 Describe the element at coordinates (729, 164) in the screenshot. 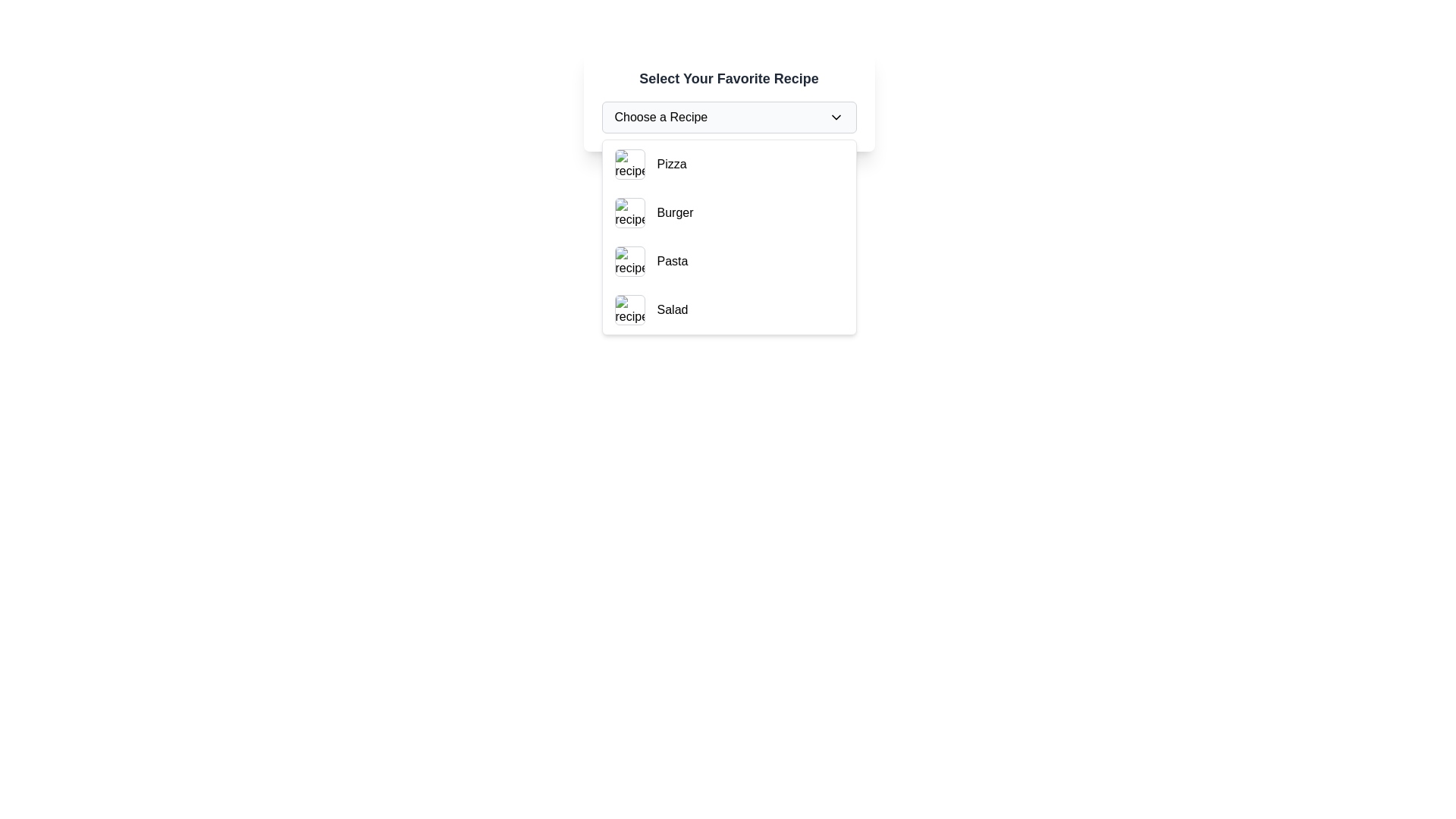

I see `the first selectable list item in the dropdown menu to choose 'Pizza' for visual feedback` at that location.